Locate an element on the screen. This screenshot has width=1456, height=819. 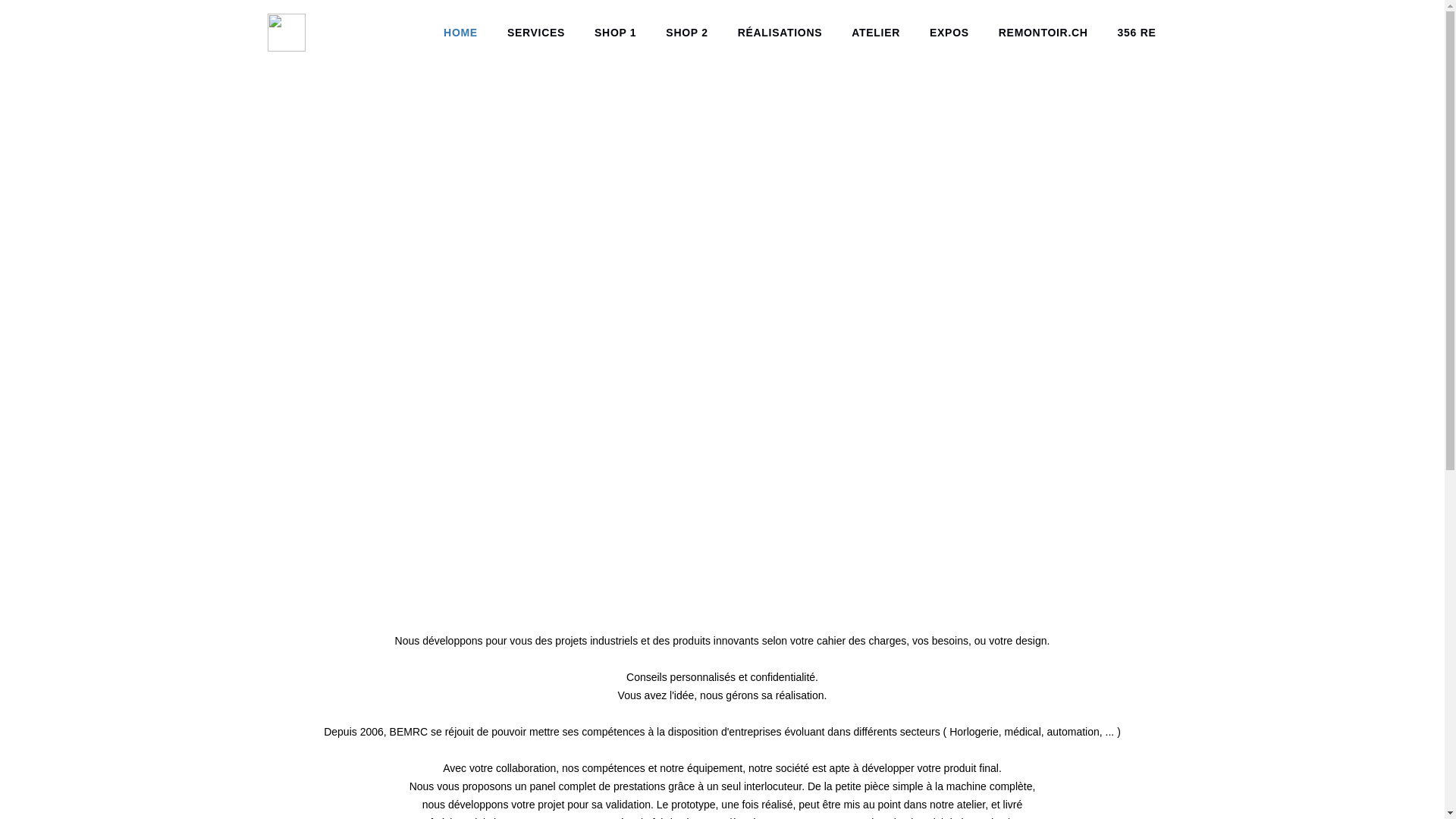
'SHOP 2' is located at coordinates (686, 33).